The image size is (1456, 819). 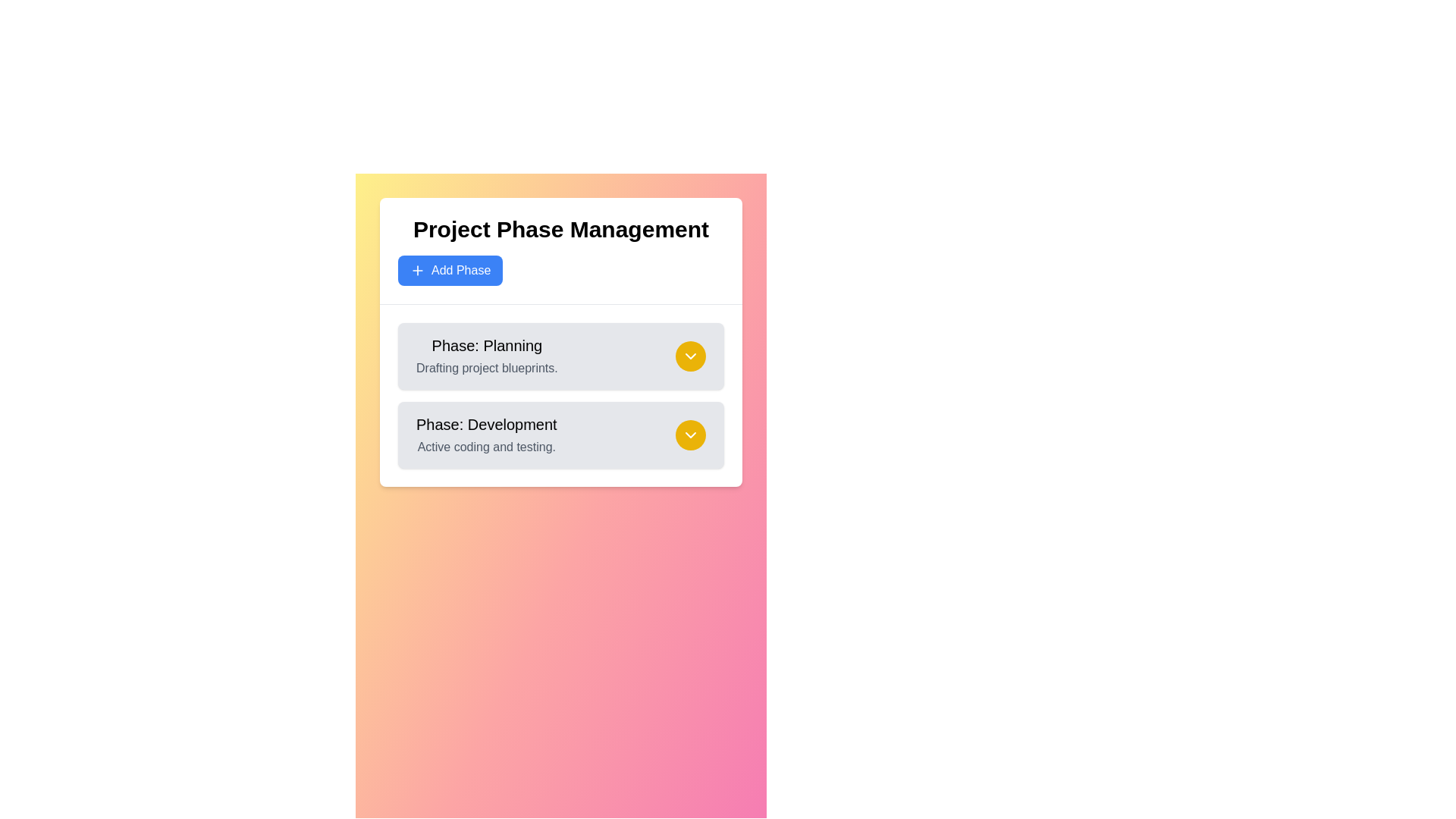 What do you see at coordinates (487, 369) in the screenshot?
I see `the static text element displaying 'Drafting project blueprints.' which is styled in gray and serves as a subtitle under 'Phase: Planning'` at bounding box center [487, 369].